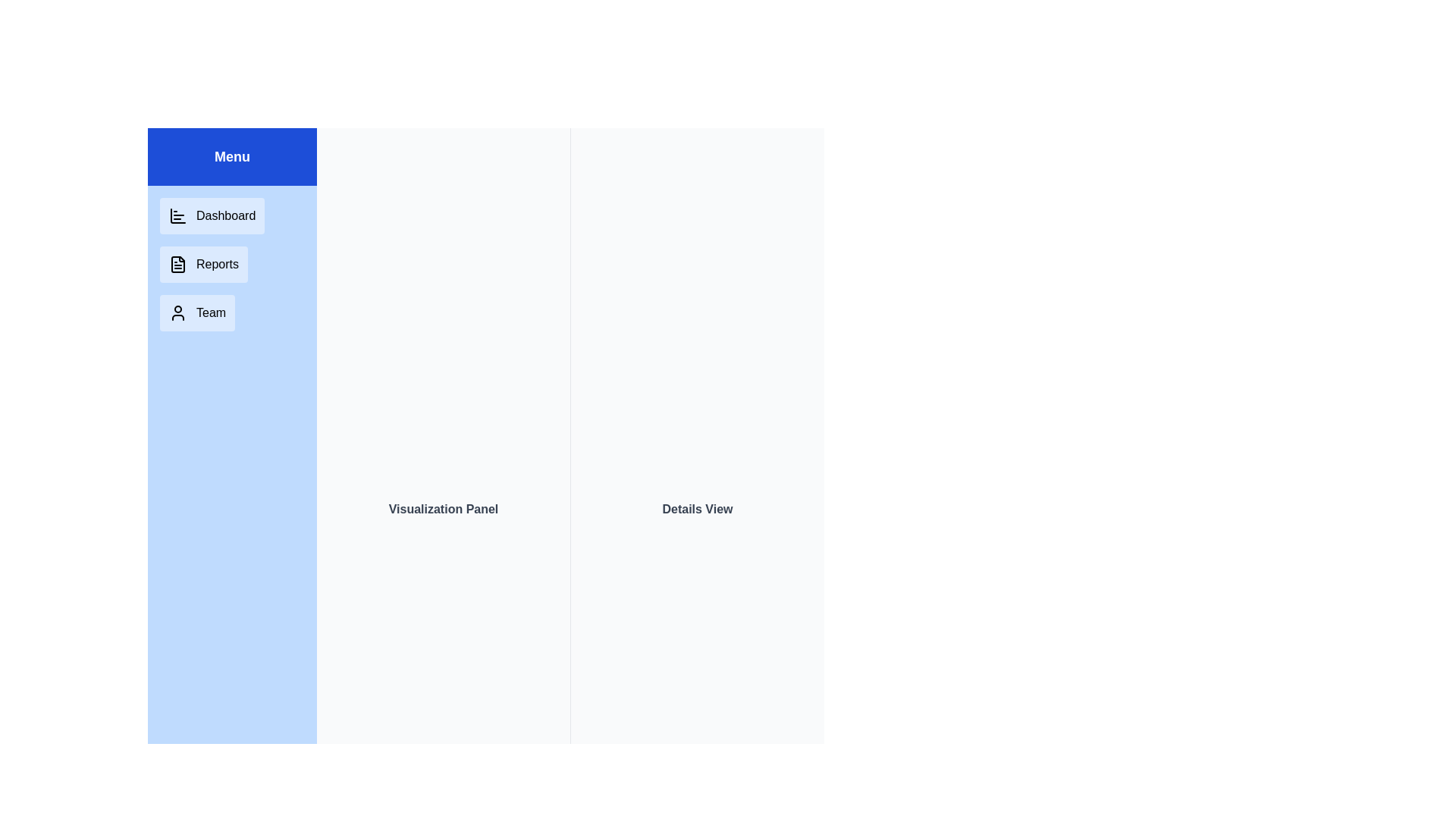 The width and height of the screenshot is (1456, 819). I want to click on the 'Dashboard' navigation button located in the left-side sidebar, which is the first button in a vertical list below the 'Menu' header for visual feedback, so click(212, 216).